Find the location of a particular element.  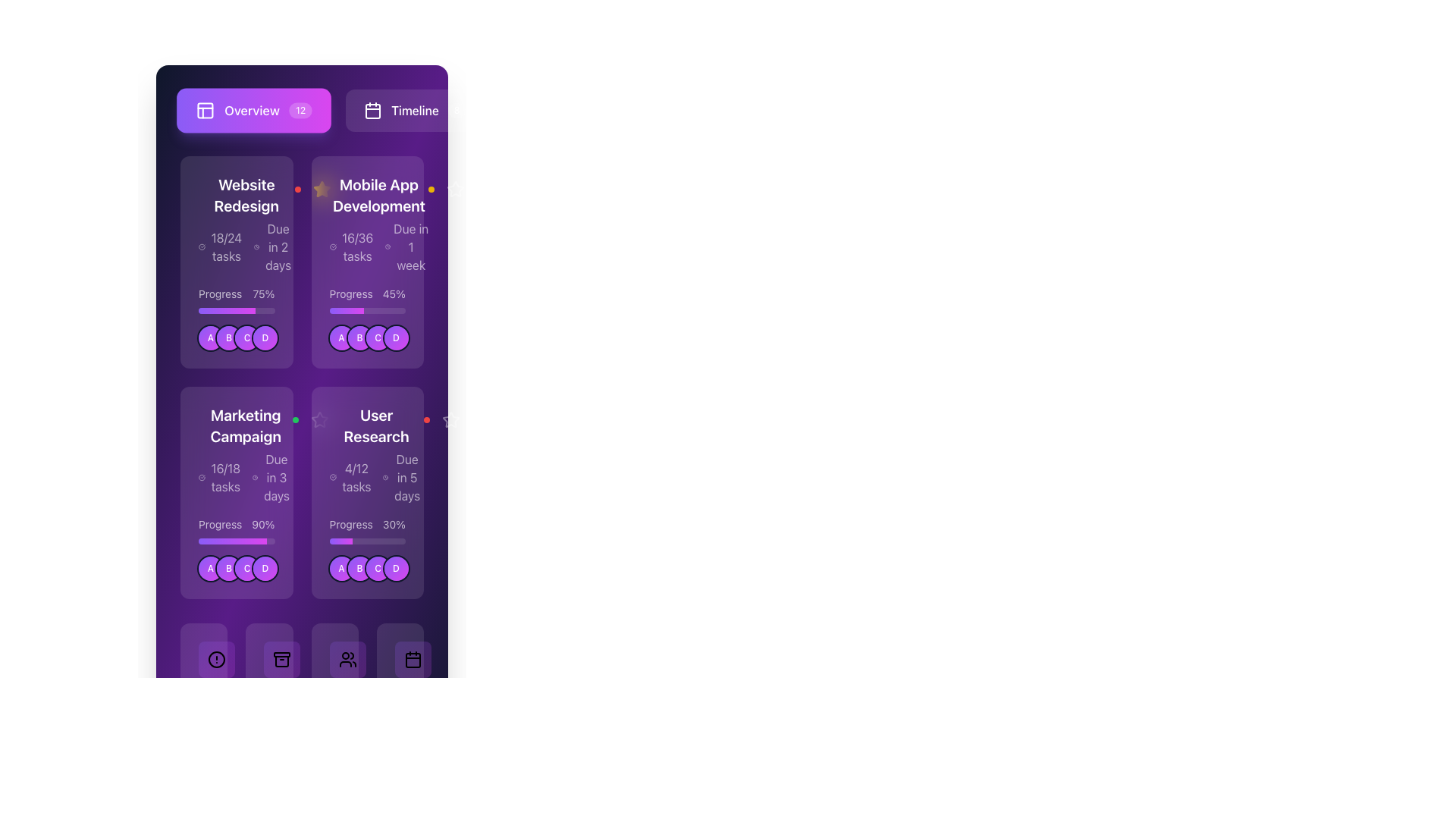

the Icon button, which is a rounded rectangle with a gradient background transitioning from violet to fuchsia, located in the bottom left corner of a row of icons is located at coordinates (216, 659).